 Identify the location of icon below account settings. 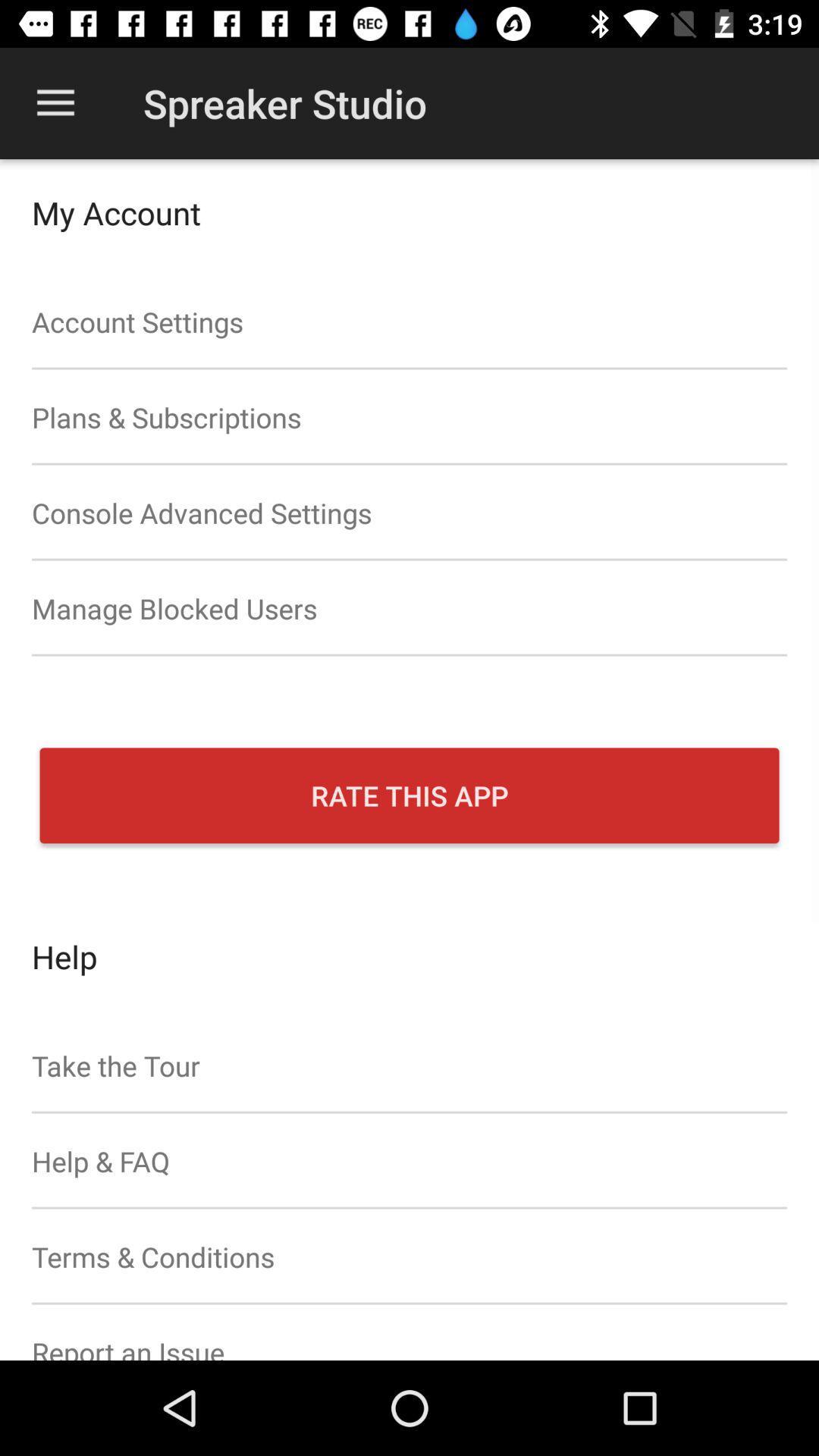
(409, 417).